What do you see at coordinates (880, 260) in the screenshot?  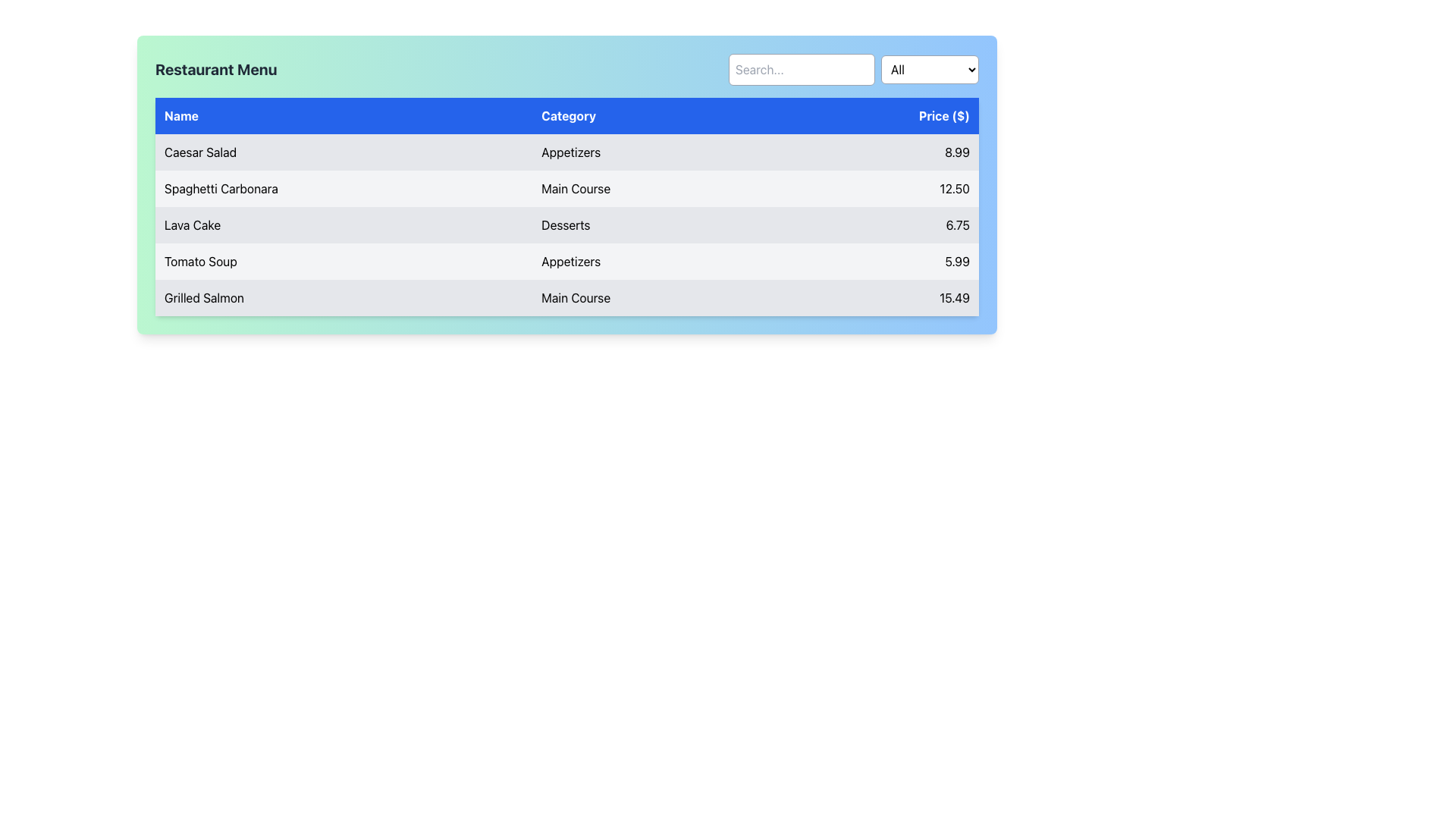 I see `the monetary value display of '5.99' in the last column of the fourth row of the table, which has a light gray background and is aligned to the right` at bounding box center [880, 260].